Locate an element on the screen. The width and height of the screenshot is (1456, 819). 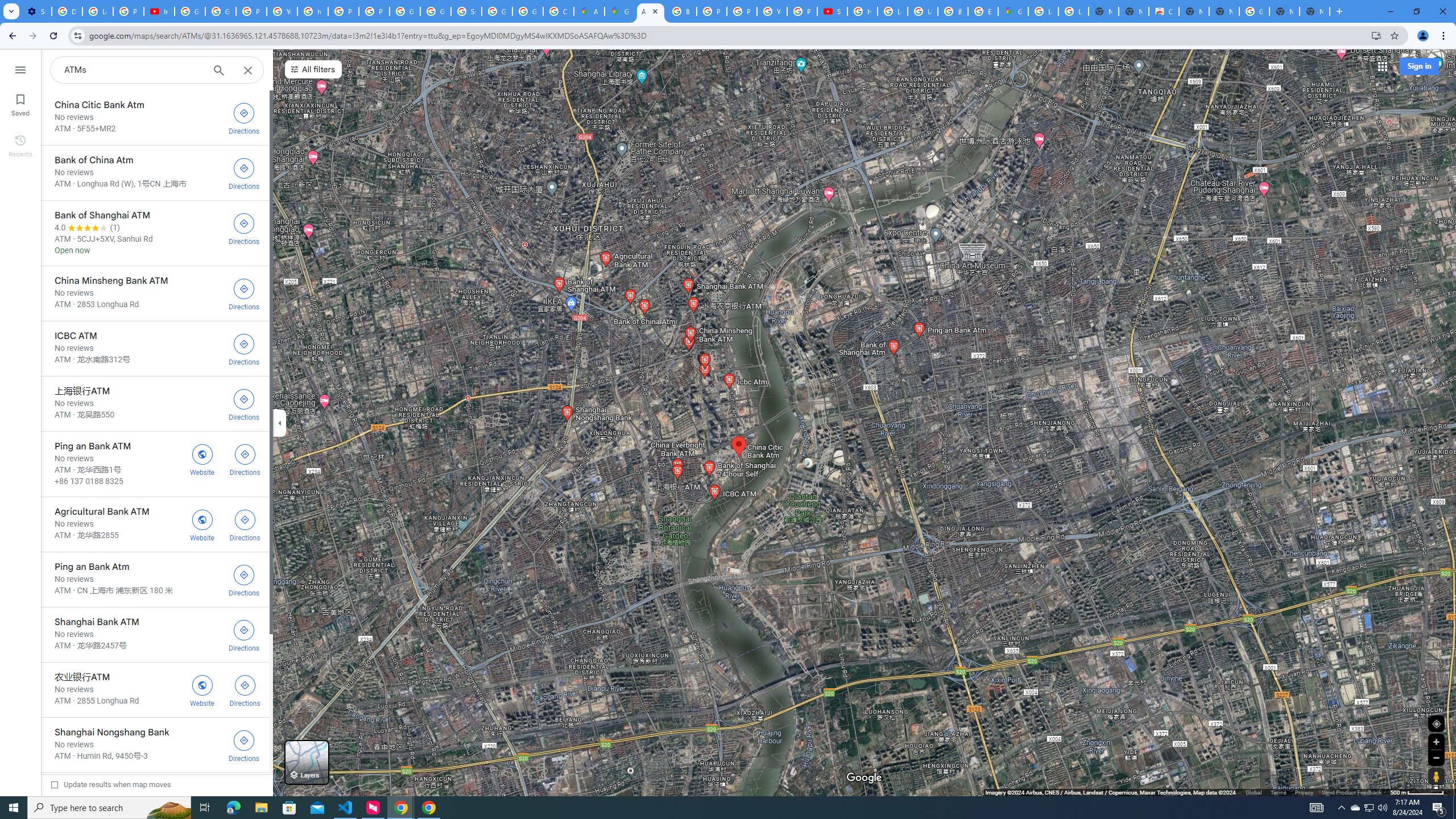
'Settings - Customize profile' is located at coordinates (36, 11).